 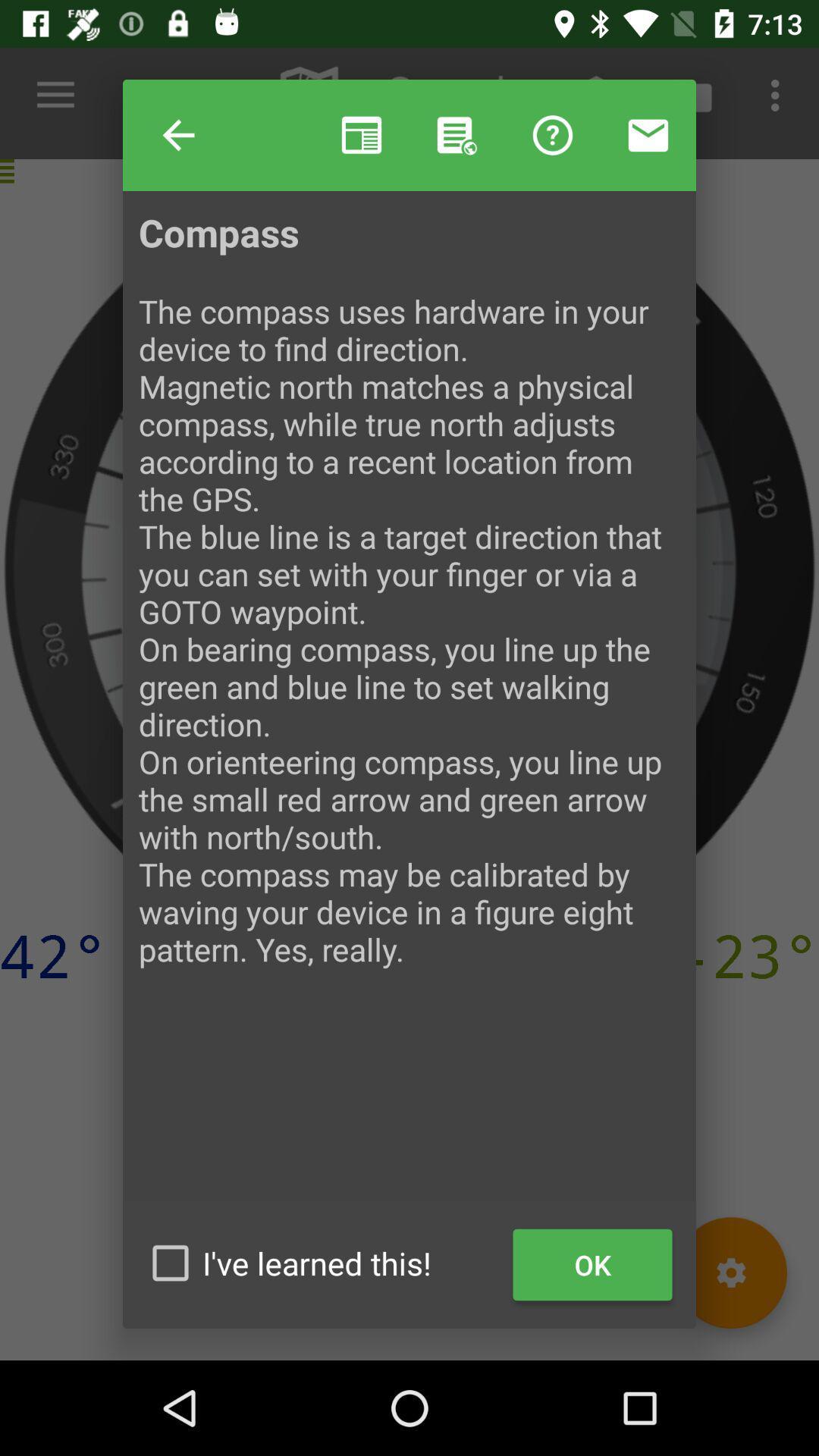 What do you see at coordinates (591, 1265) in the screenshot?
I see `item at the bottom right corner` at bounding box center [591, 1265].